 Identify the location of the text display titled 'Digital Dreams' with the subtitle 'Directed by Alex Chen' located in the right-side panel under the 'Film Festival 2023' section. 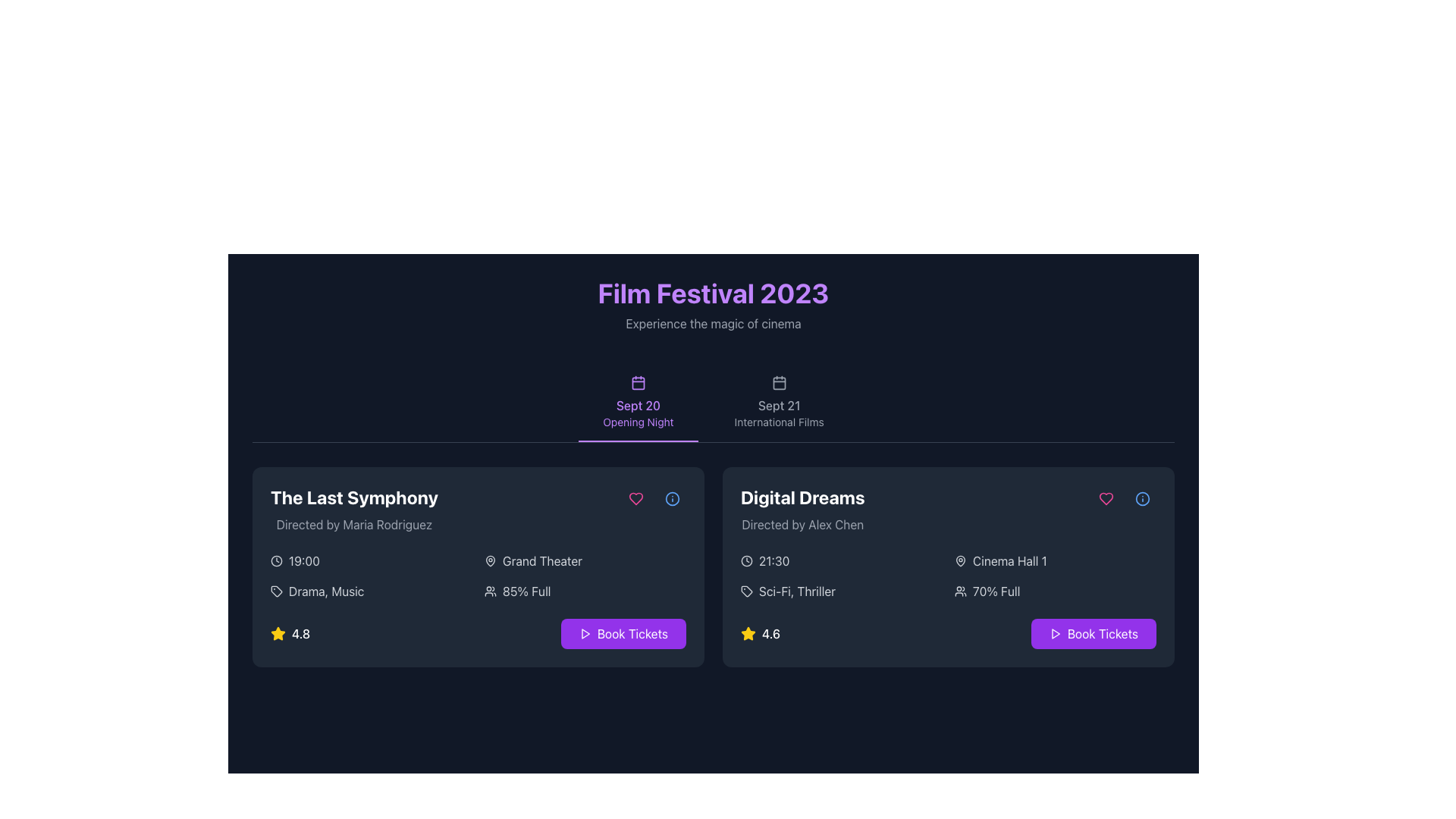
(802, 509).